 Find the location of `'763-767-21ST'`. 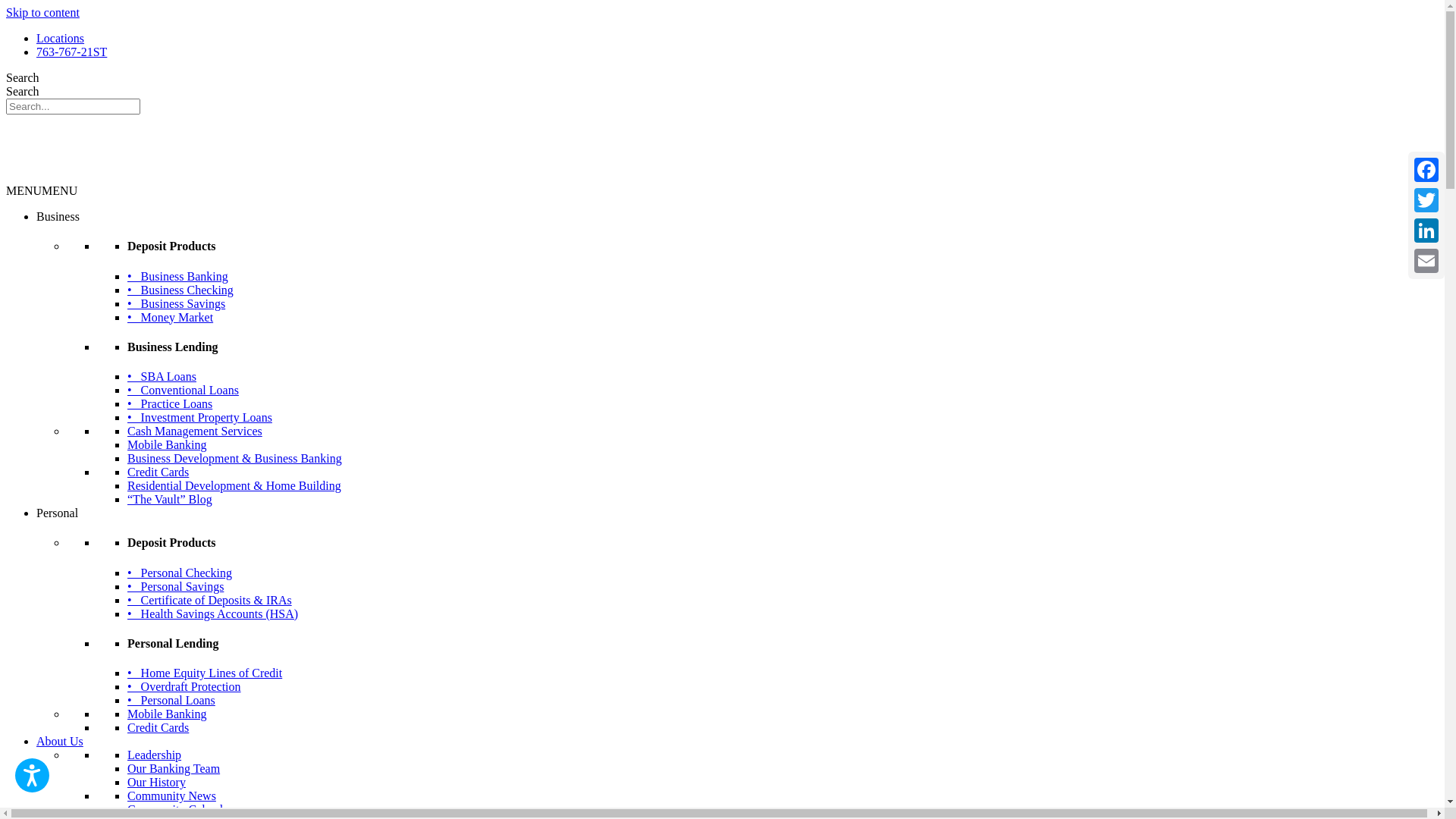

'763-767-21ST' is located at coordinates (71, 51).